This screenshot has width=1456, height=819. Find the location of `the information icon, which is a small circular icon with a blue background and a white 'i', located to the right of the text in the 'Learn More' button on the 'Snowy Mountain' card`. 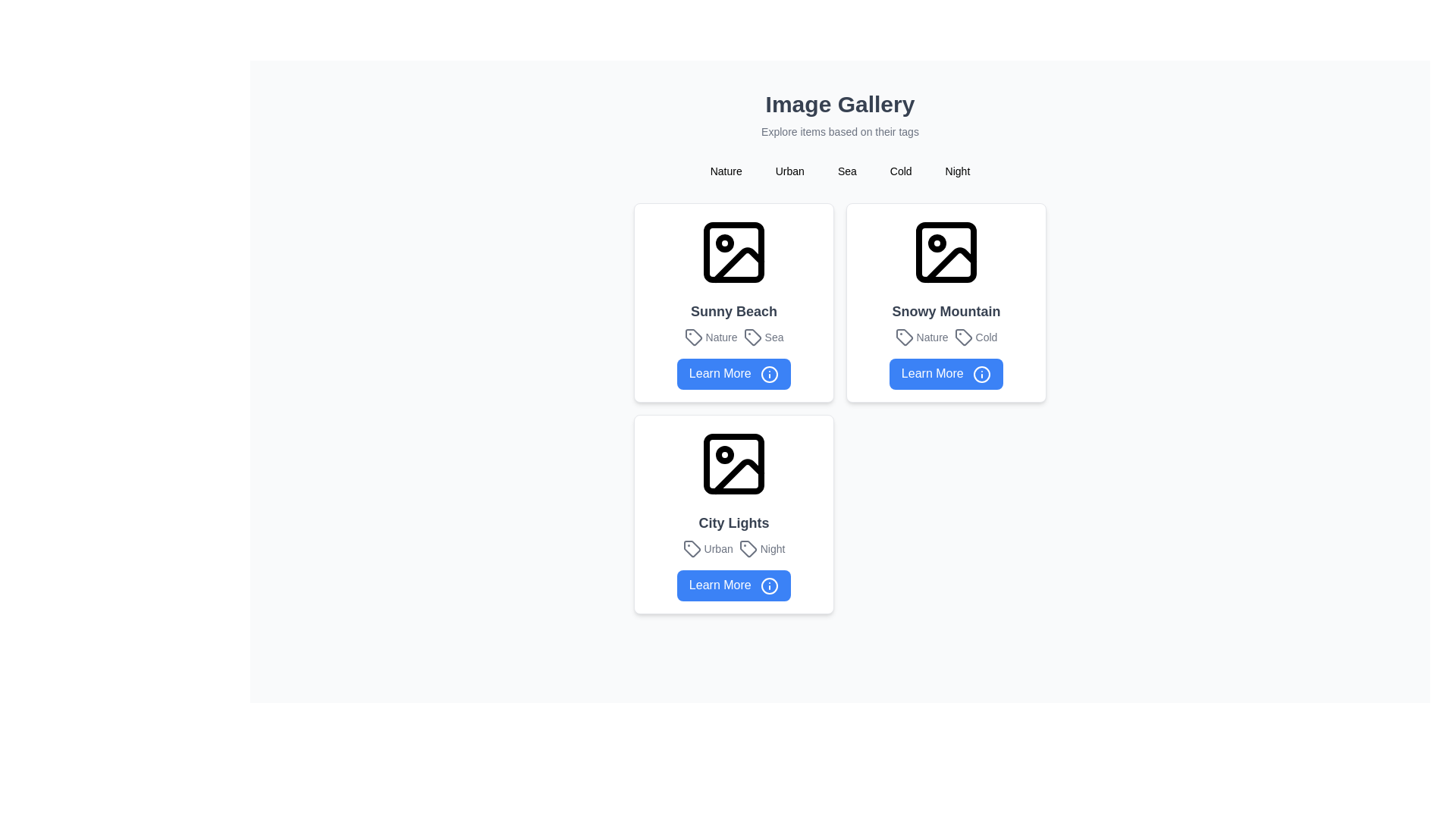

the information icon, which is a small circular icon with a blue background and a white 'i', located to the right of the text in the 'Learn More' button on the 'Snowy Mountain' card is located at coordinates (982, 374).